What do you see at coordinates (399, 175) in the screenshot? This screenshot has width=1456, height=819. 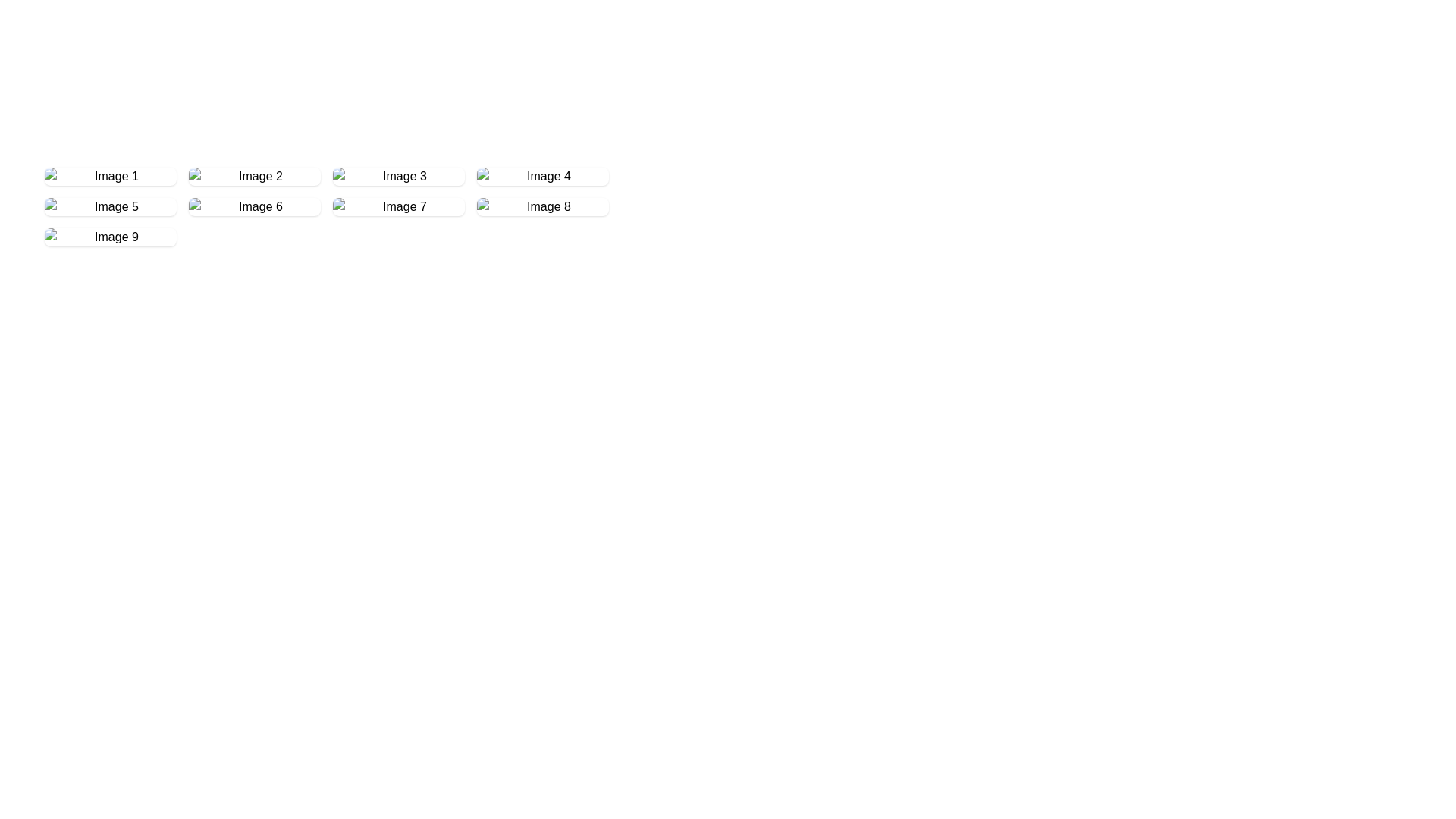 I see `the Image Card labeled 'Image 3', which is the third item in the first row of the grid layout` at bounding box center [399, 175].